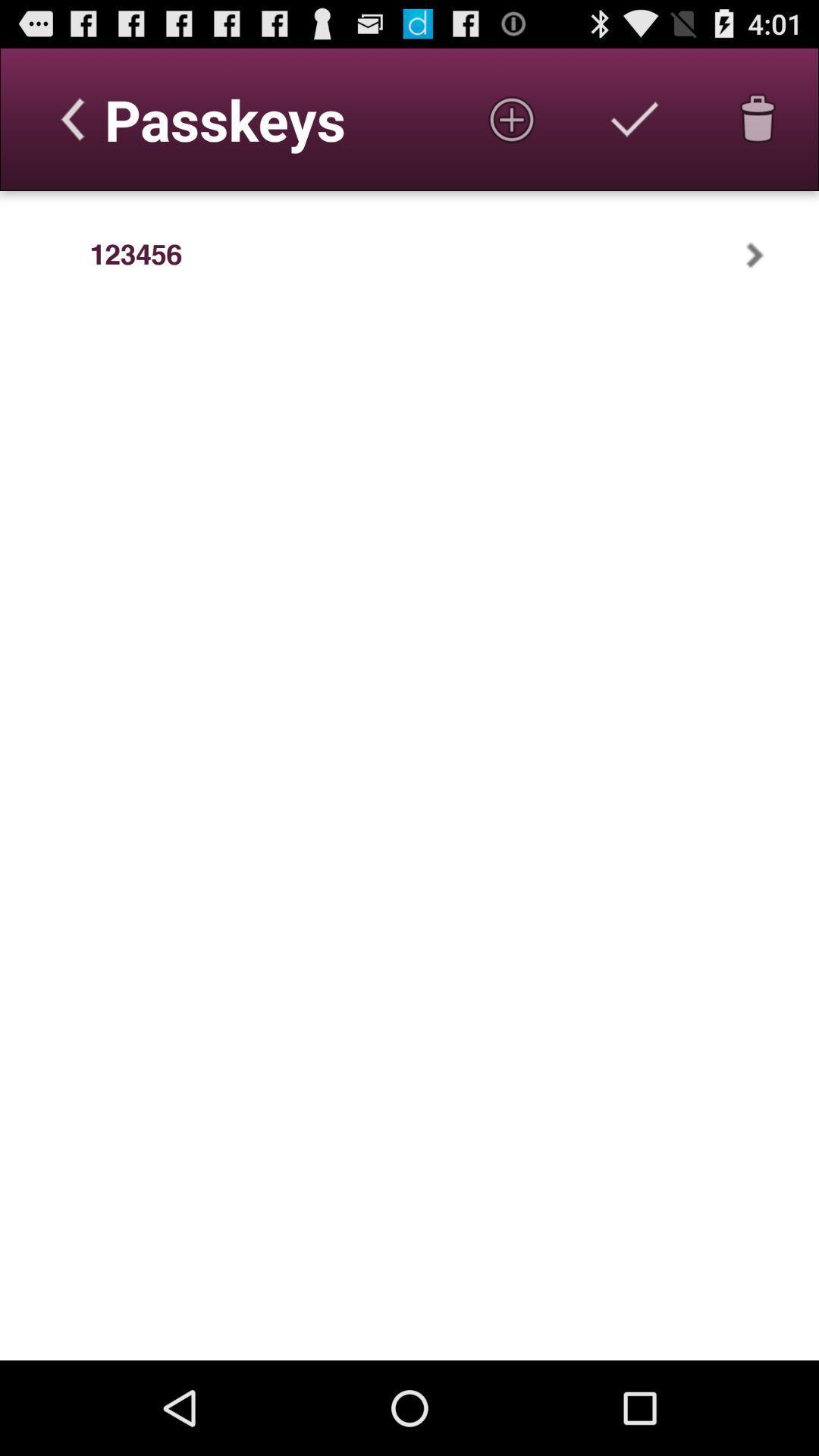 Image resolution: width=819 pixels, height=1456 pixels. I want to click on icon at the top, so click(512, 118).